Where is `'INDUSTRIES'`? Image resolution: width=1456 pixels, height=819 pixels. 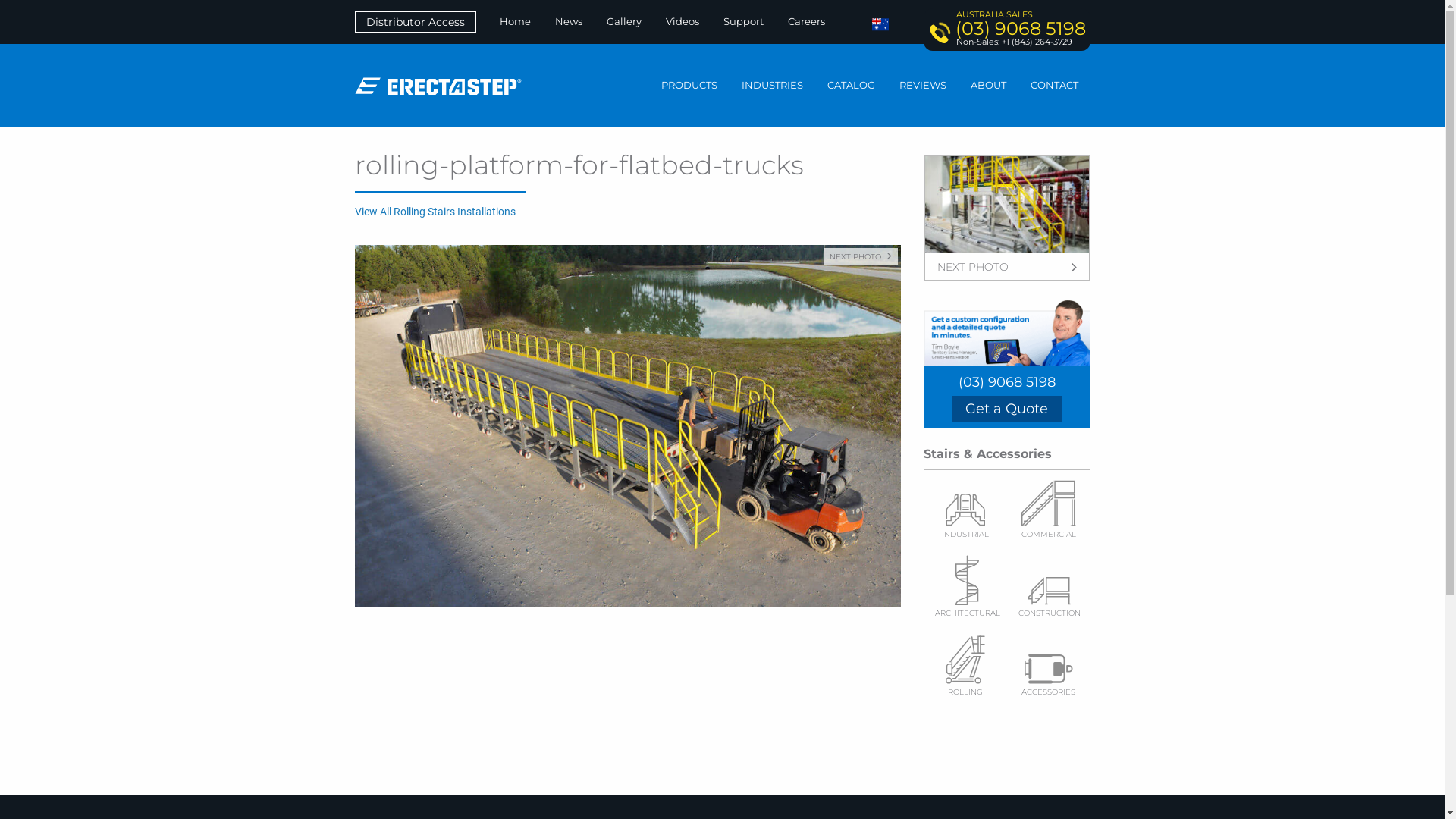
'INDUSTRIES' is located at coordinates (772, 85).